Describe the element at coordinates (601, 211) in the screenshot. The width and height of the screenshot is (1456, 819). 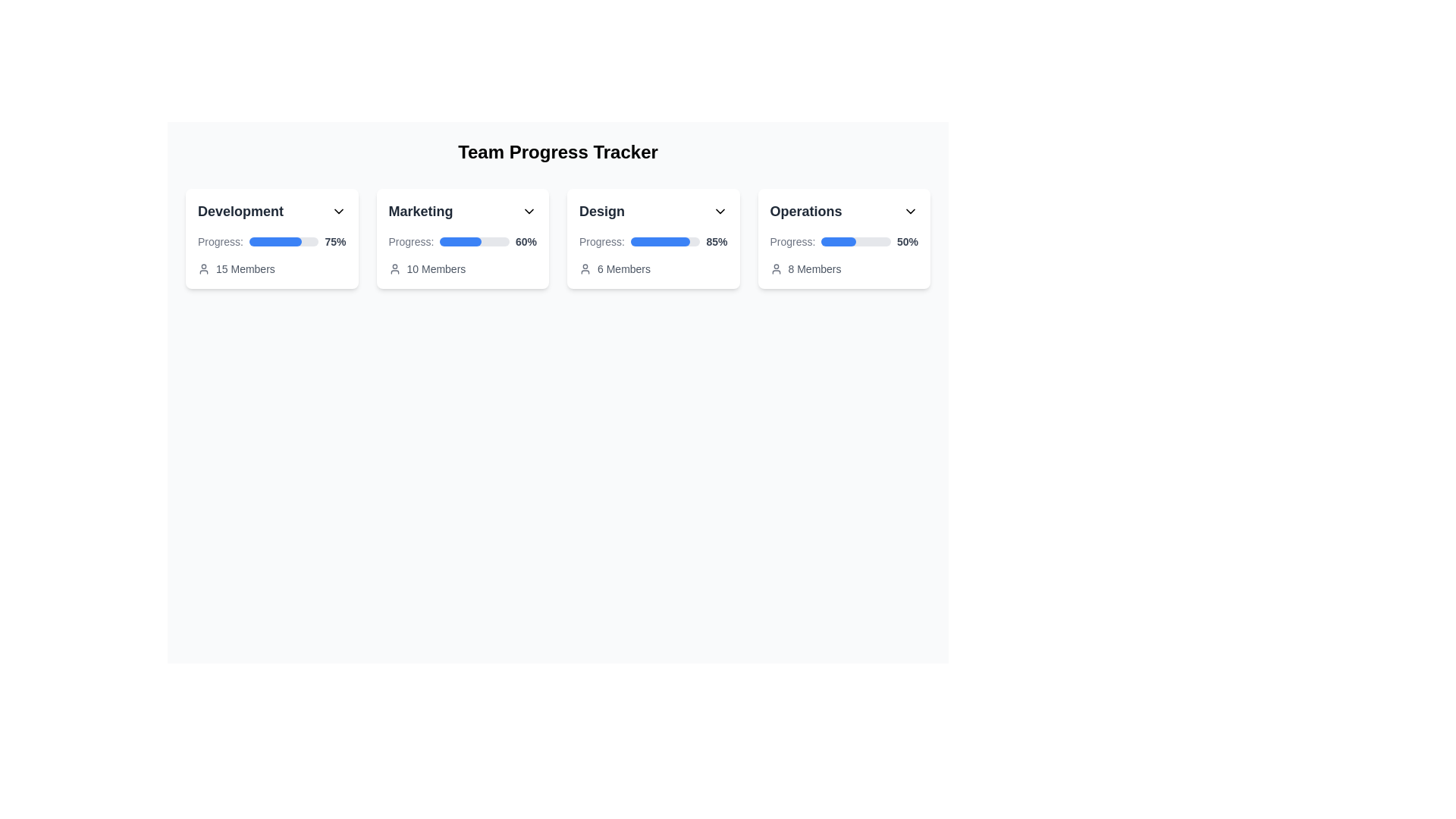
I see `the title label of the third card in the 'Team Progress Tracker' section, which is located at the top center of the card and near a dropdown icon` at that location.